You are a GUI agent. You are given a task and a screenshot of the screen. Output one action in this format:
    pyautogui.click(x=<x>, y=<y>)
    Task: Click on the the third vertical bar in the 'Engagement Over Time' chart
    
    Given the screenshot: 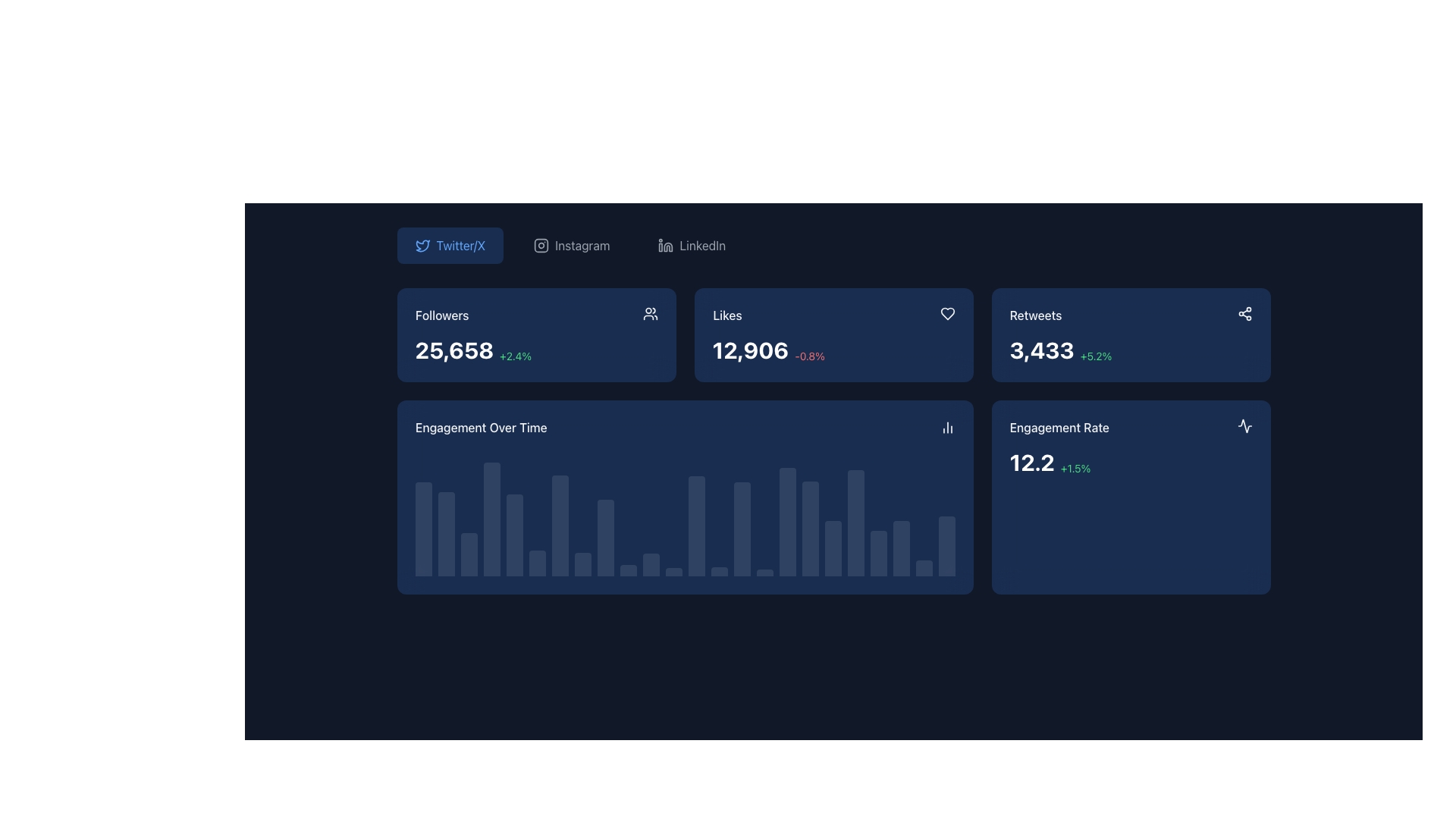 What is the action you would take?
    pyautogui.click(x=468, y=554)
    